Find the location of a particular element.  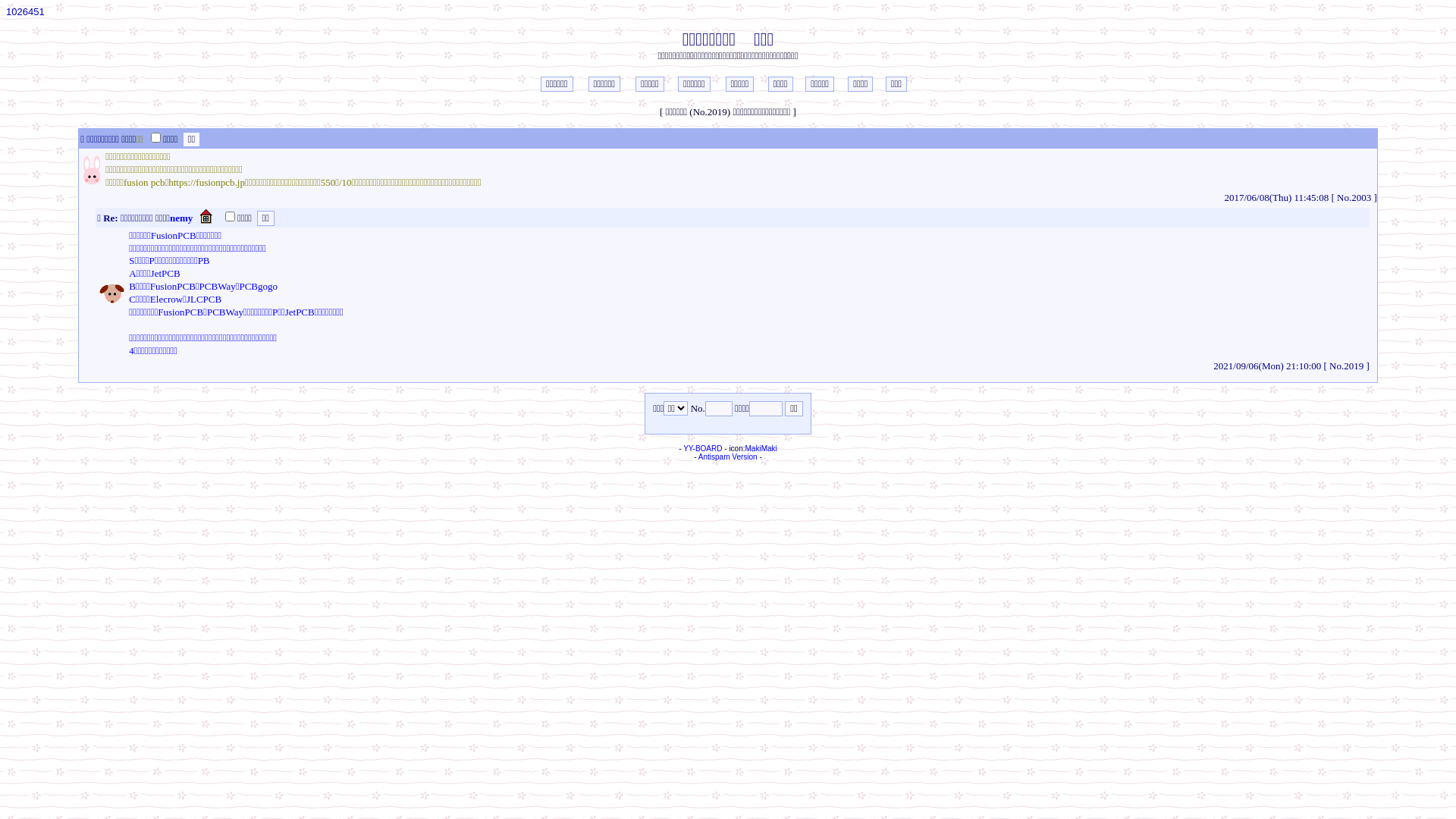

'YY-BOARD' is located at coordinates (701, 447).